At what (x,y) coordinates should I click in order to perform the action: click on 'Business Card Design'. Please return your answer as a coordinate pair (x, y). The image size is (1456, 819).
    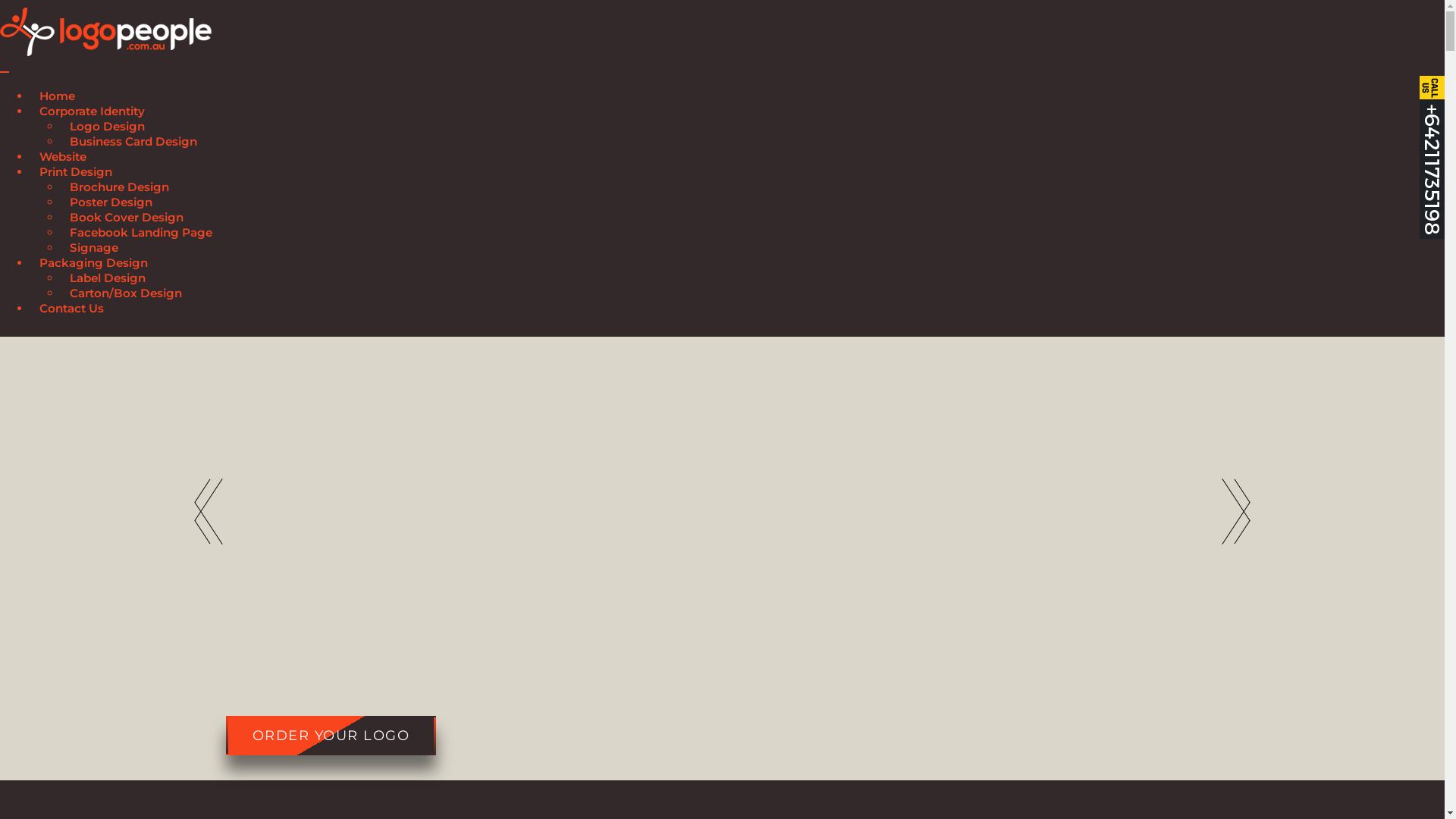
    Looking at the image, I should click on (133, 143).